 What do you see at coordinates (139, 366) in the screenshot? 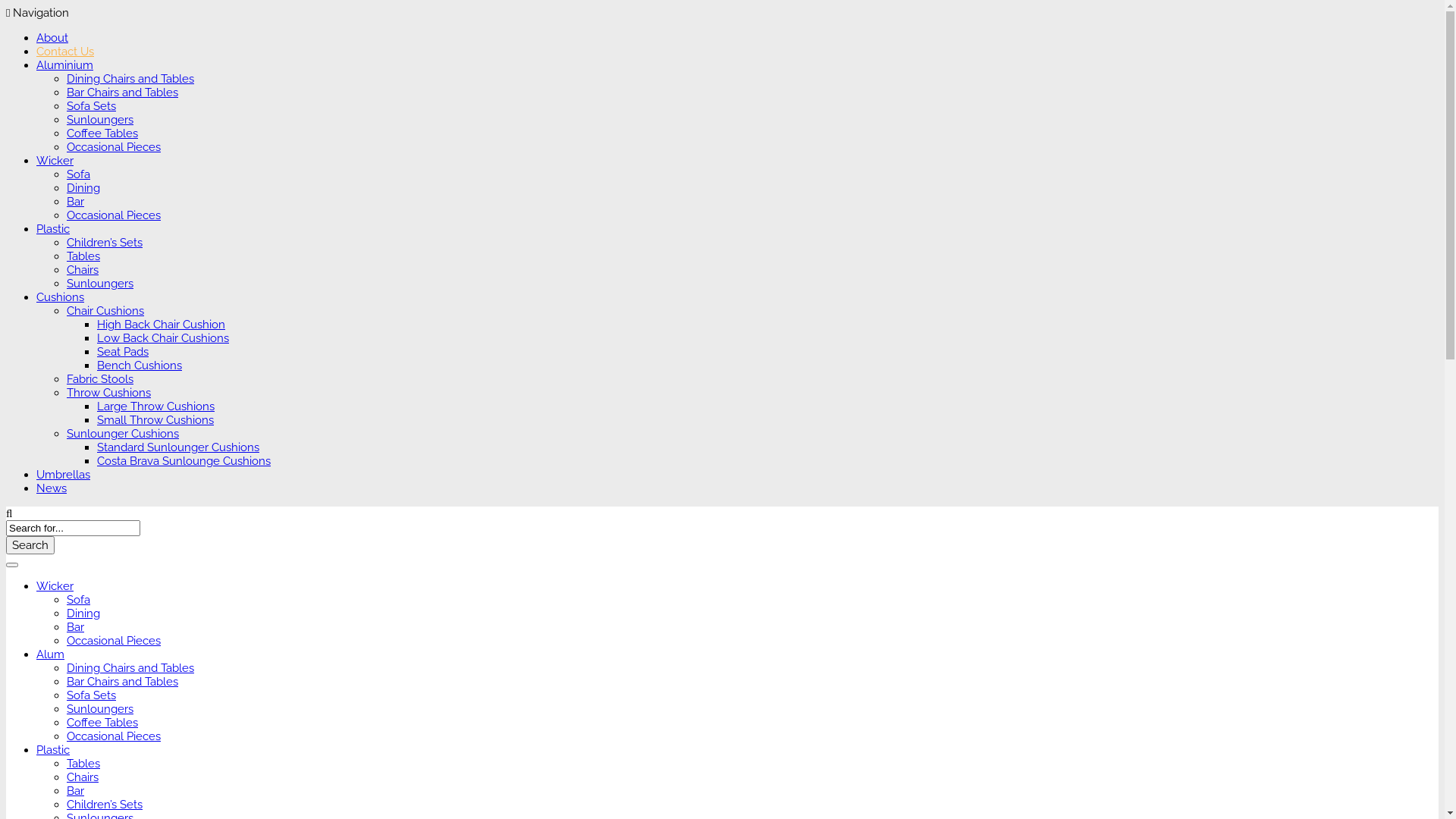
I see `'Bench Cushions'` at bounding box center [139, 366].